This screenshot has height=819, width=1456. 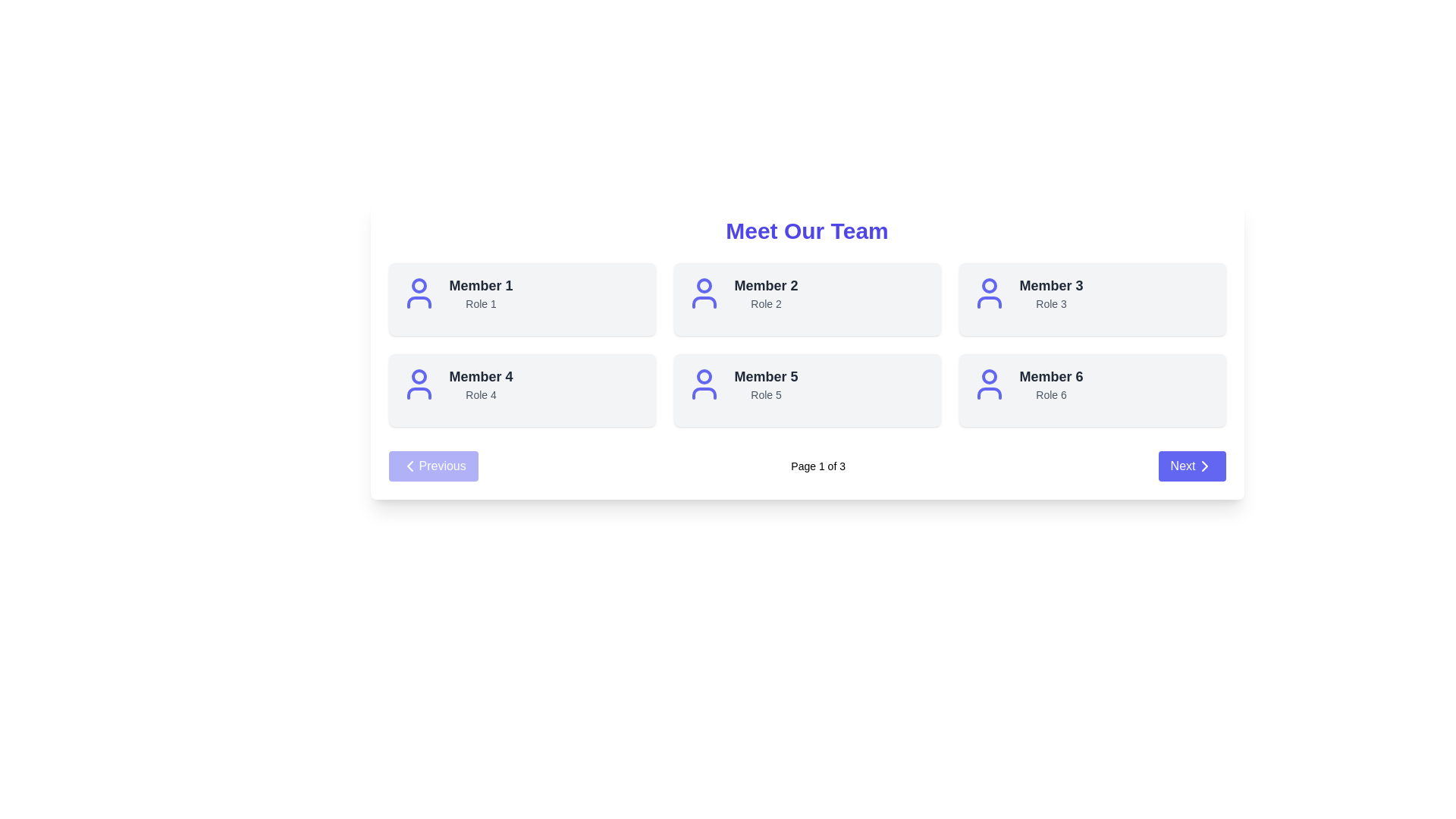 What do you see at coordinates (1191, 465) in the screenshot?
I see `the button located at the far right of the footer navigation bar` at bounding box center [1191, 465].